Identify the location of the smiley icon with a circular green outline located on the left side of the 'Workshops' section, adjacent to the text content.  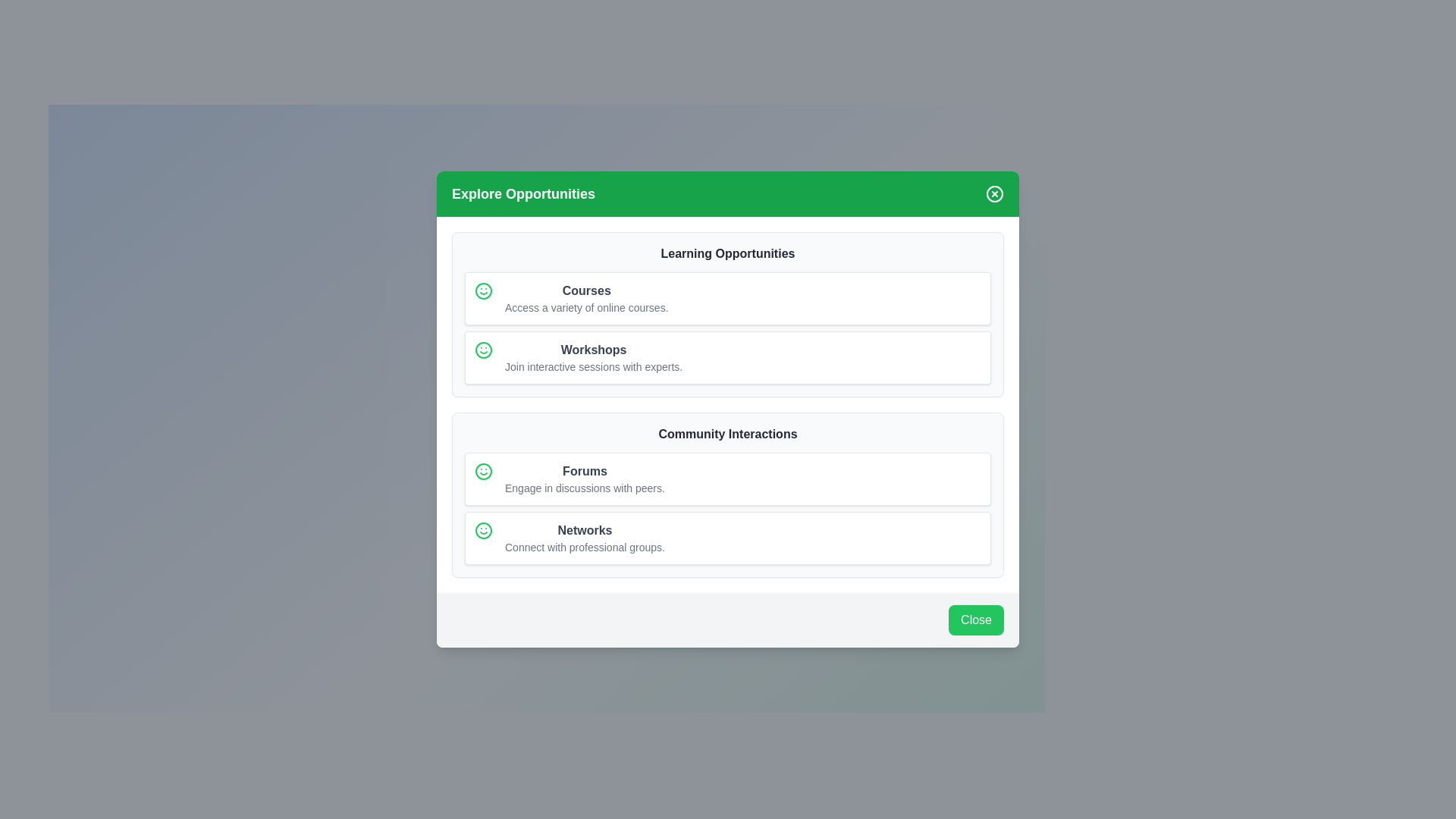
(483, 350).